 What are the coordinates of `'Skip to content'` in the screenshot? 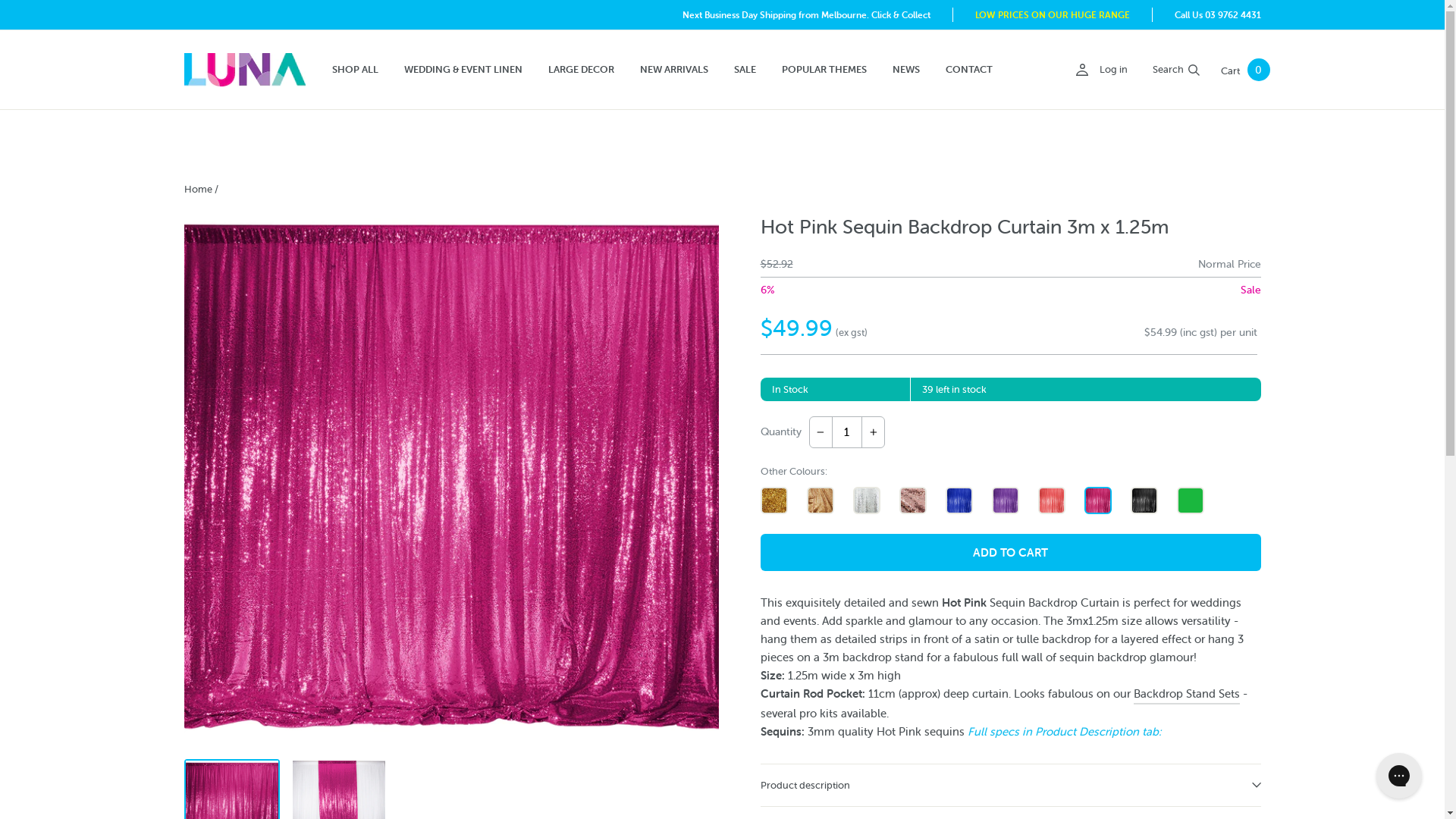 It's located at (0, 0).